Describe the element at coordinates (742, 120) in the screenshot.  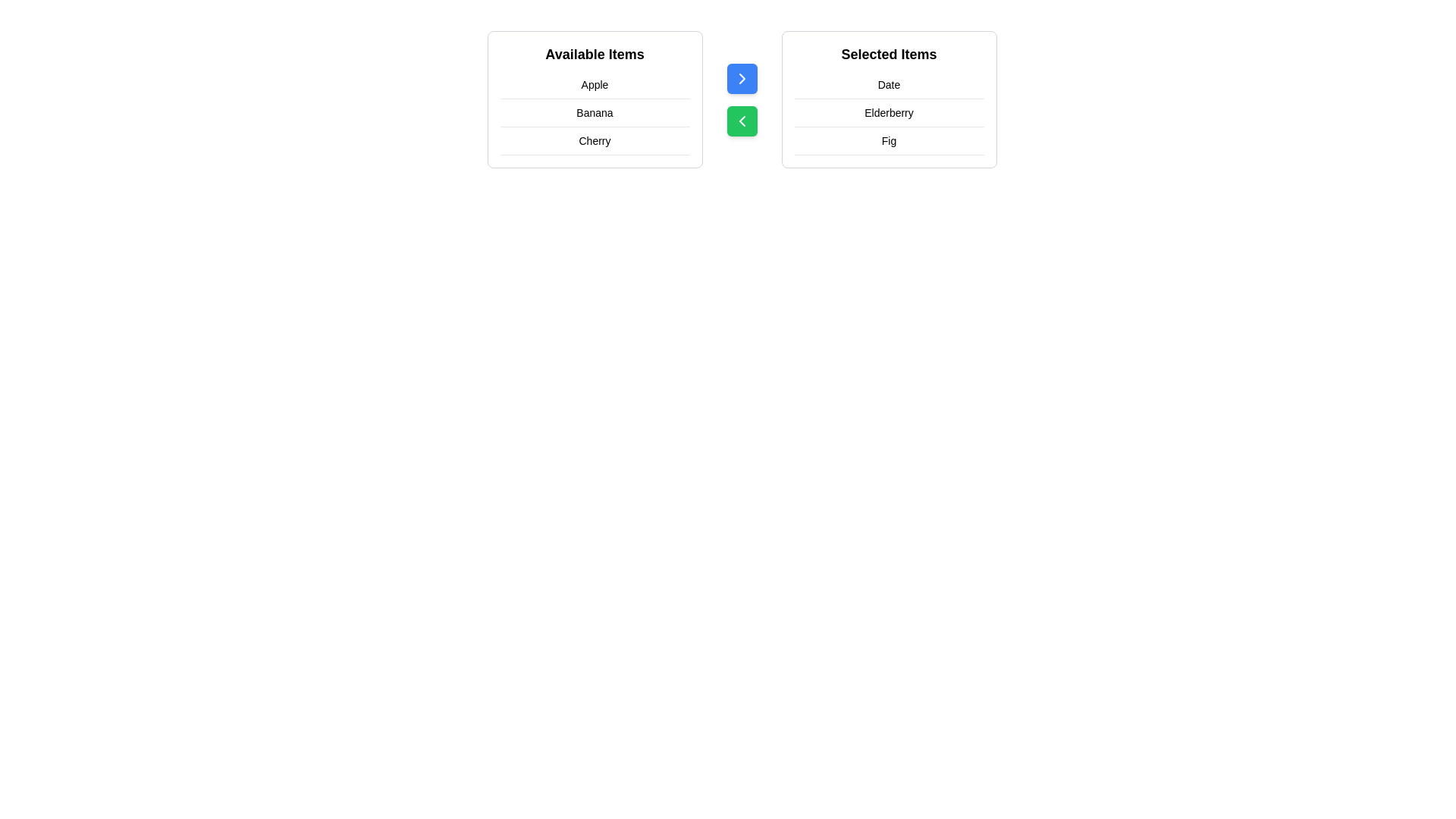
I see `the navigation icon within the green button that facilitates movement of items from the right panel to the left panel` at that location.